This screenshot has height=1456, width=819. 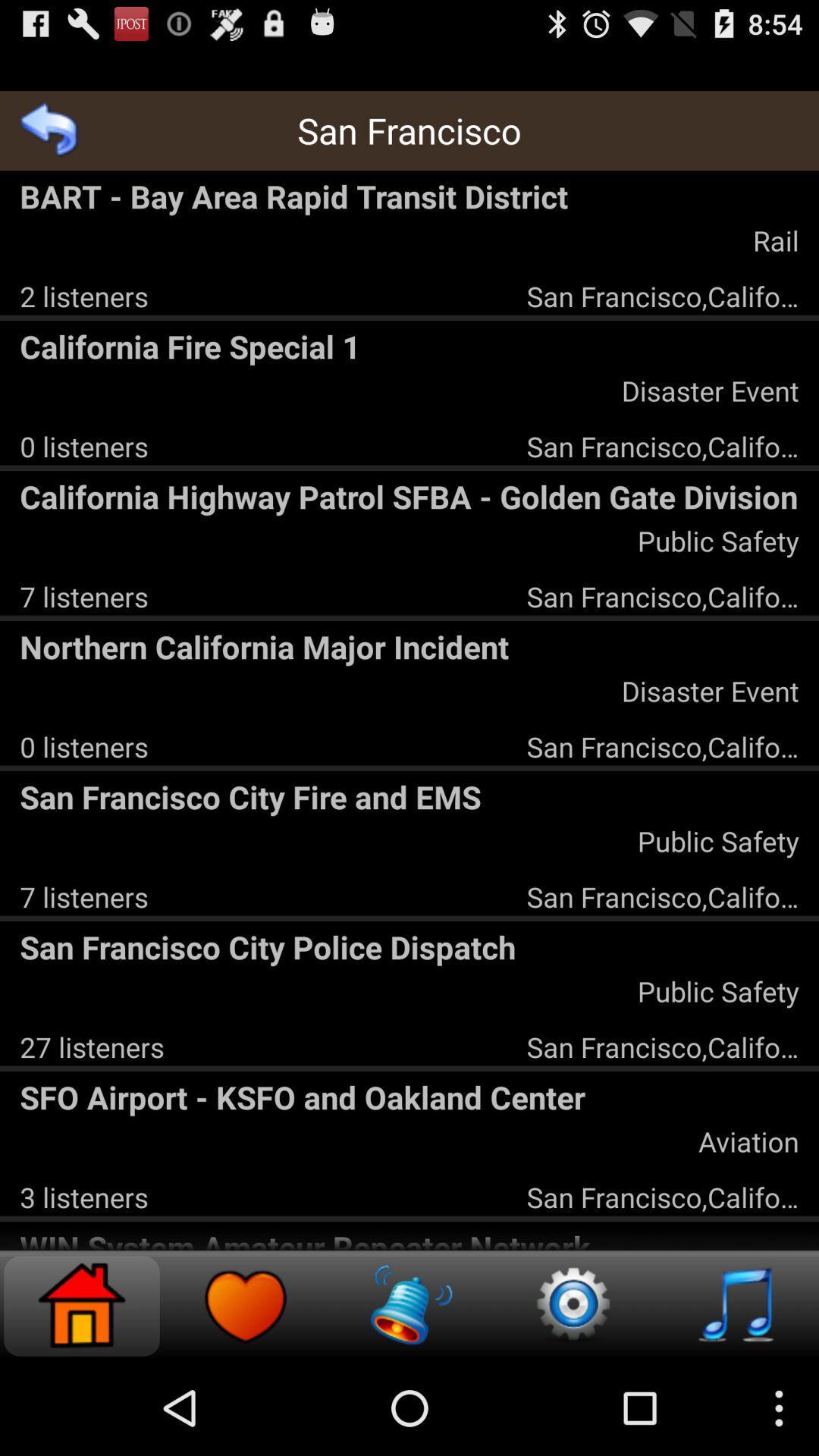 I want to click on item next to the san francisco,california item, so click(x=84, y=296).